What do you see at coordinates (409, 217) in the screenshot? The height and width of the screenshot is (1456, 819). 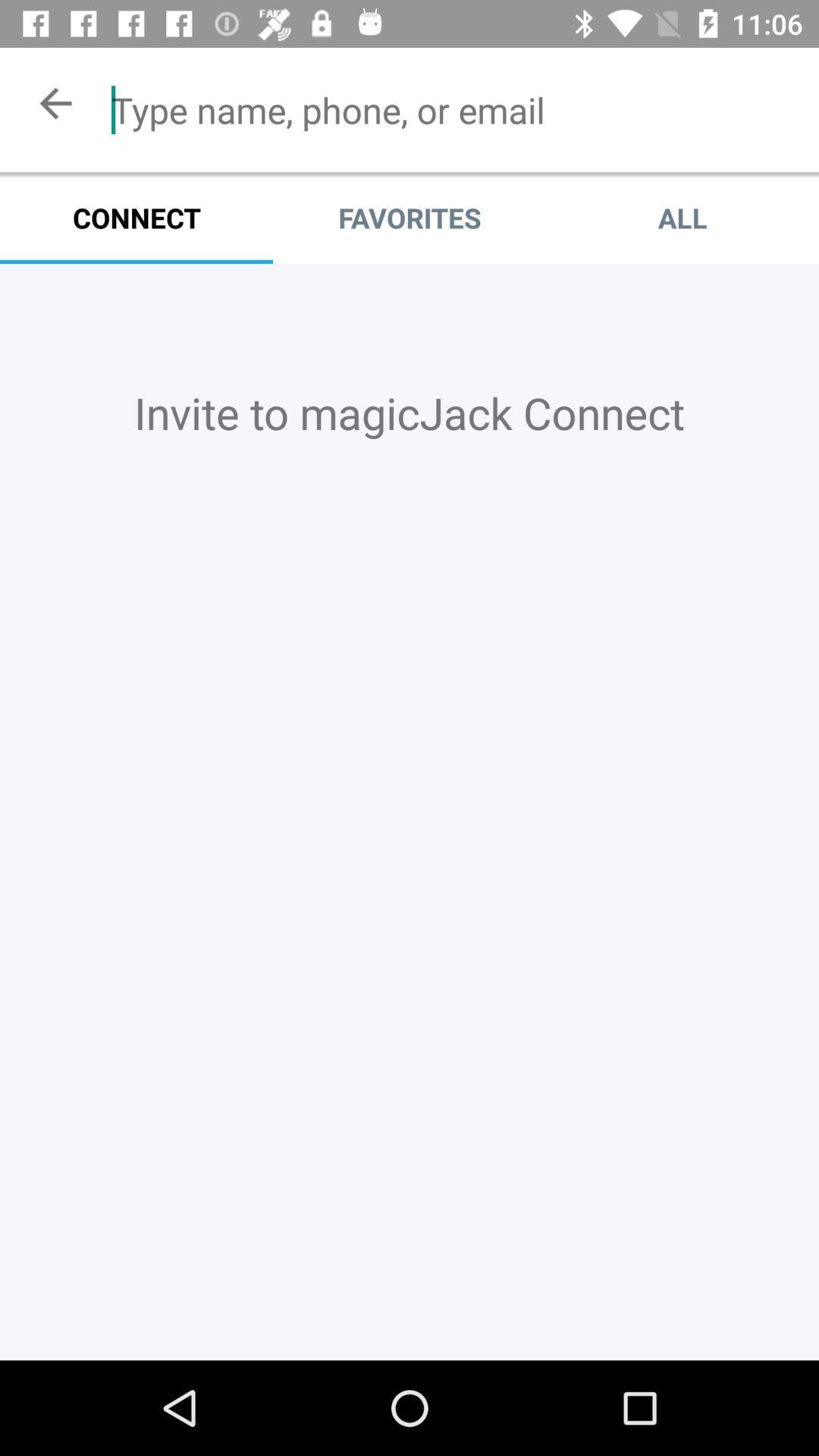 I see `item next to connect` at bounding box center [409, 217].